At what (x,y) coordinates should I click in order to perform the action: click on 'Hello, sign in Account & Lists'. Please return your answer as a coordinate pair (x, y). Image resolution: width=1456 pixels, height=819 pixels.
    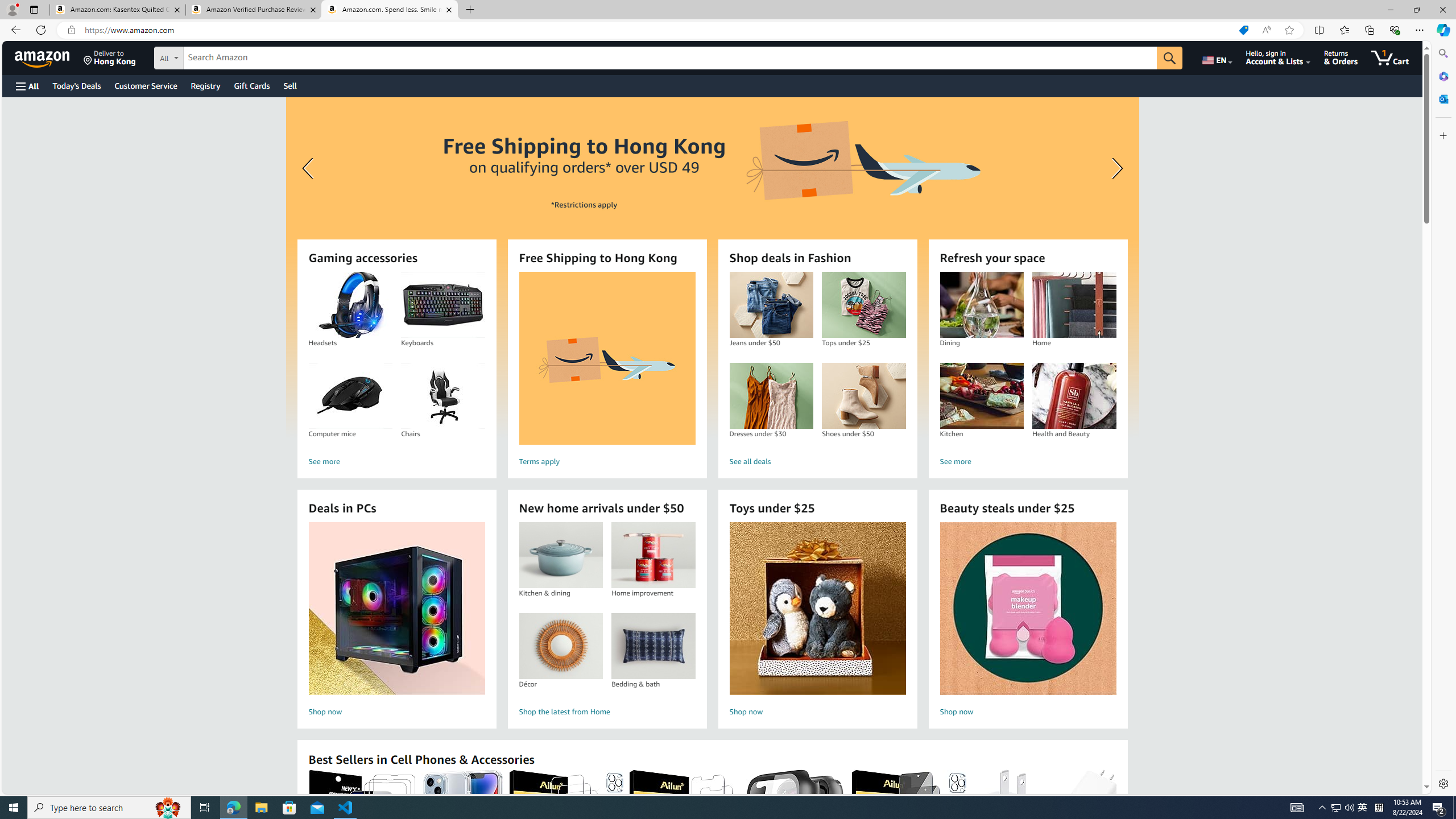
    Looking at the image, I should click on (1277, 57).